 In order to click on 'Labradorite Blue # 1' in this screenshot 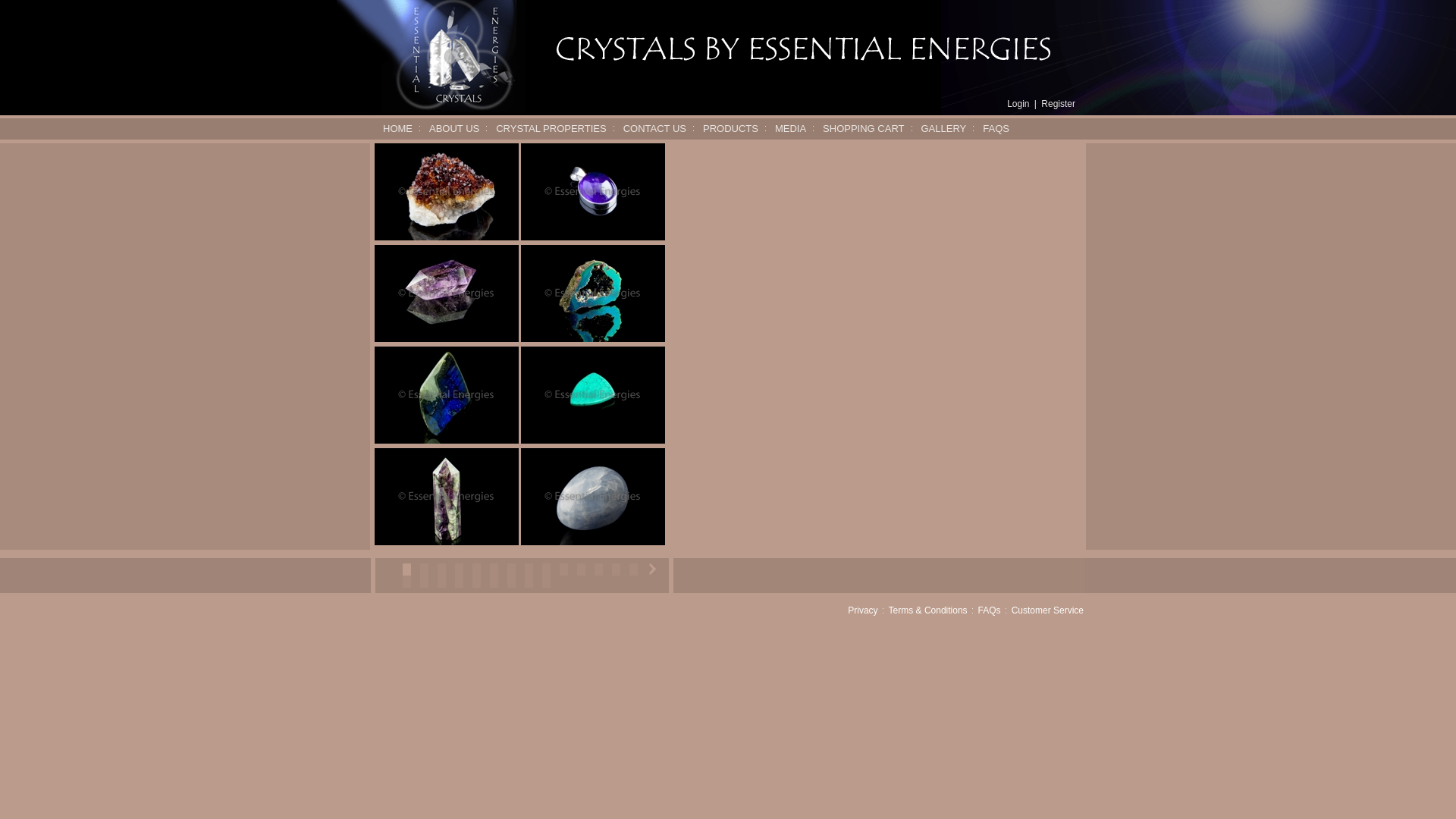, I will do `click(446, 394)`.